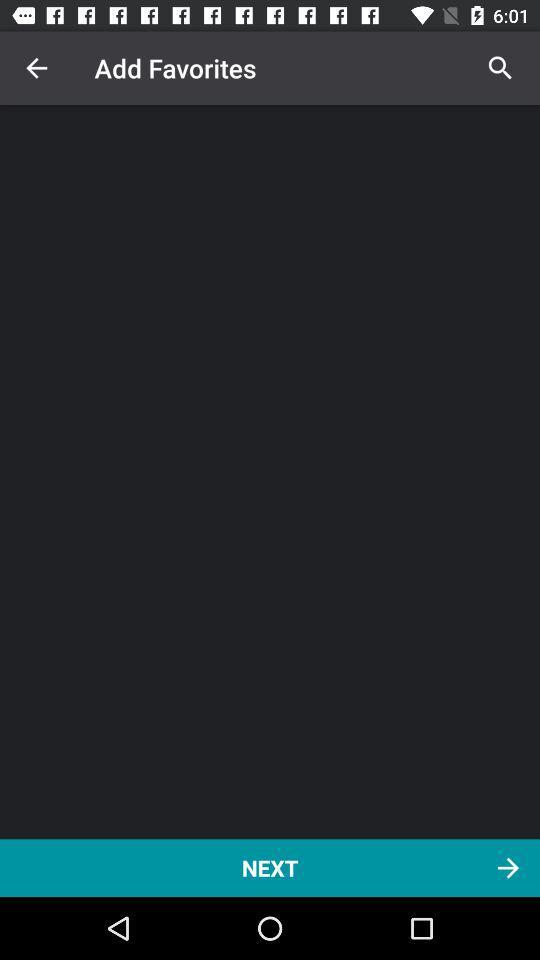 The width and height of the screenshot is (540, 960). I want to click on icon at the top right corner, so click(499, 68).